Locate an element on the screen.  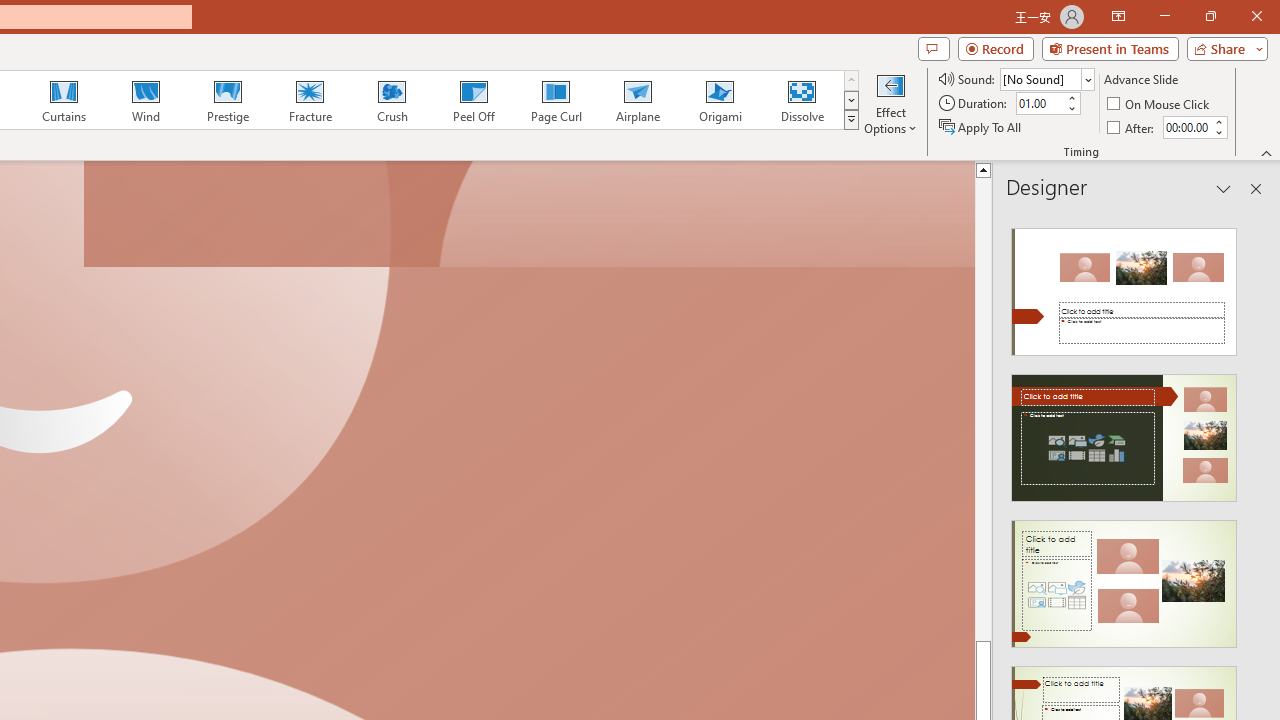
'Share' is located at coordinates (1222, 47).